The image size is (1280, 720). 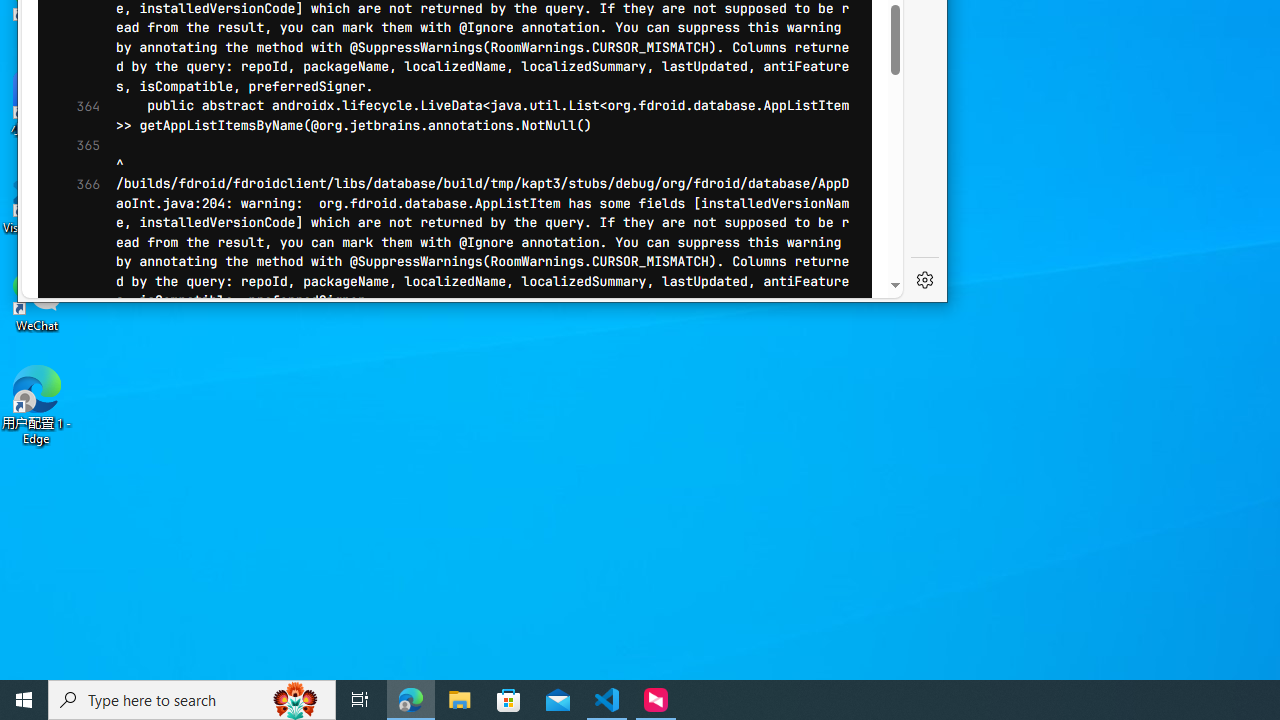 I want to click on 'Search highlights icon opens search home window', so click(x=294, y=698).